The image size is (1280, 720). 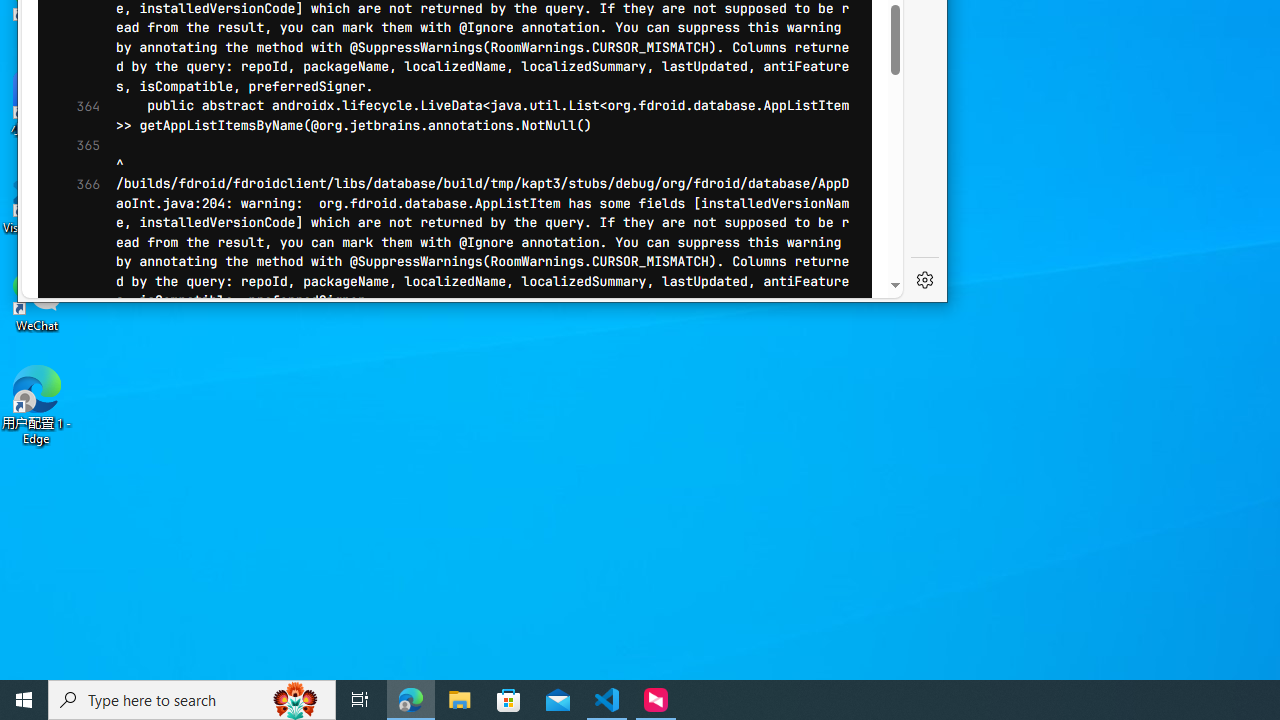 I want to click on 'Search highlights icon opens search home window', so click(x=294, y=698).